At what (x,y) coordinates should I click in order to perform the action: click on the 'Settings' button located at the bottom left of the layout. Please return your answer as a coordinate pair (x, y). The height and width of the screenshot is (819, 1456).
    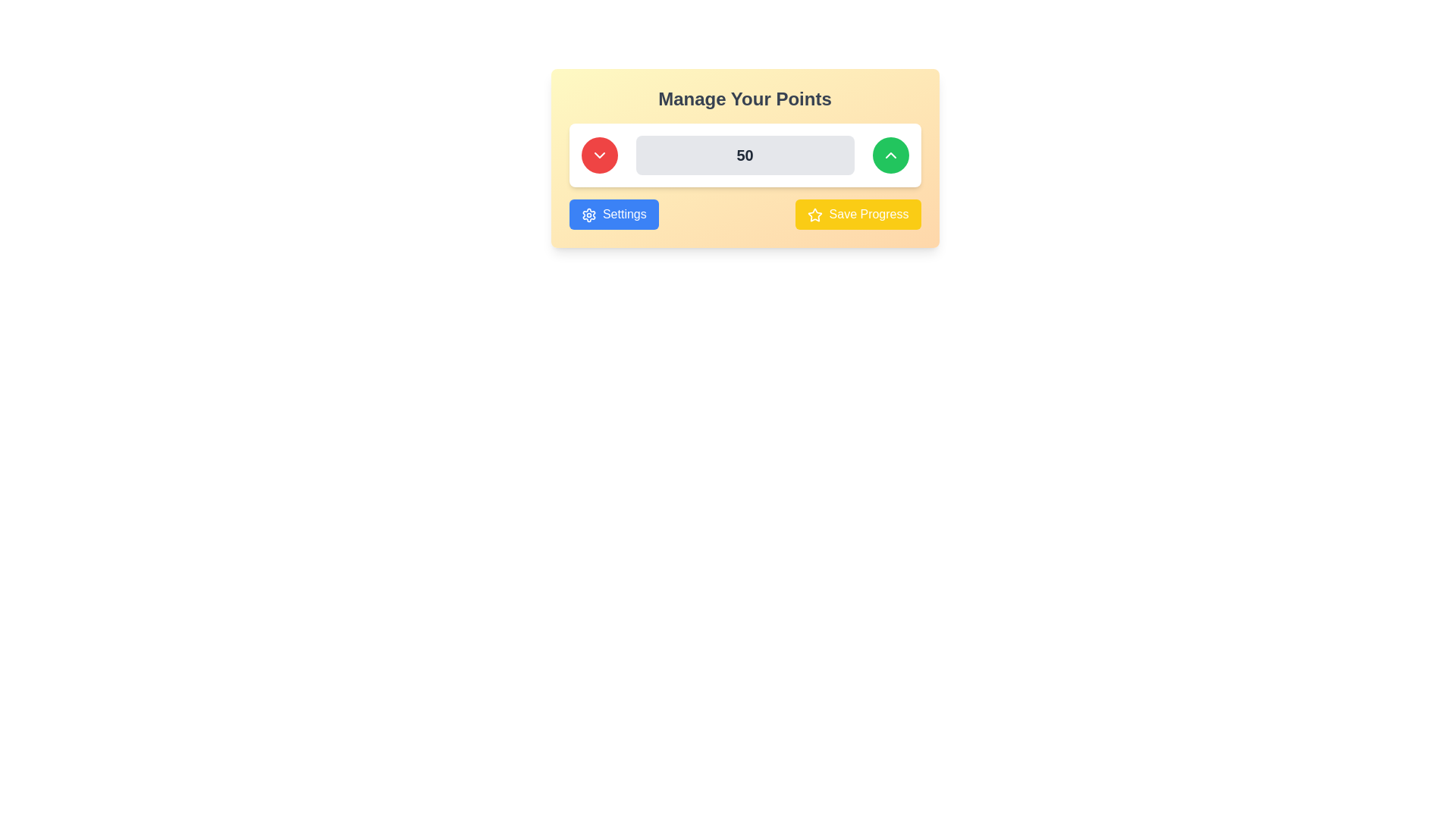
    Looking at the image, I should click on (613, 214).